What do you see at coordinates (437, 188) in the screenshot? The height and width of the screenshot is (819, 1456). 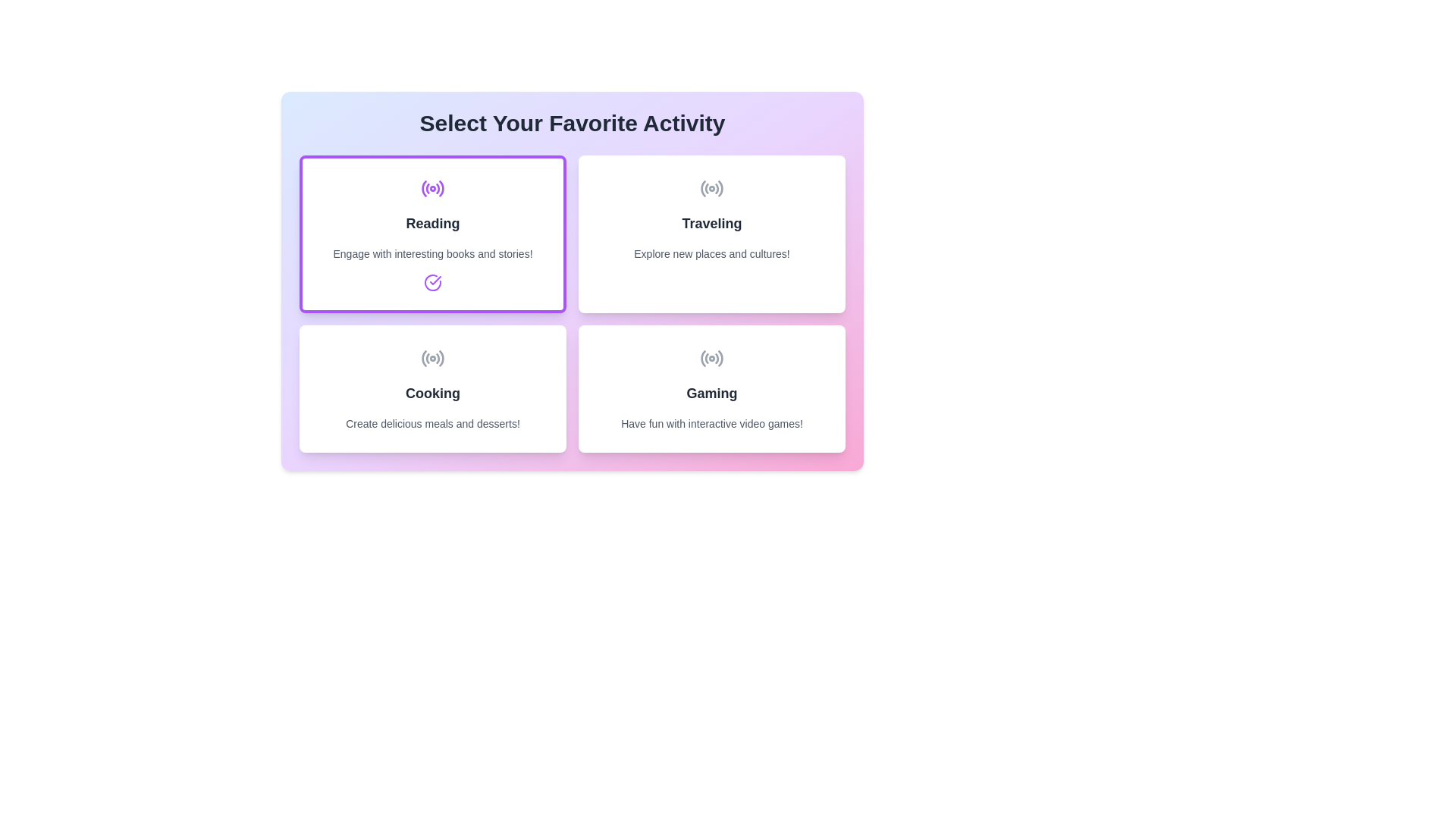 I see `the curved line segment with a purple stroke, part of the circular design in the upper-left selection card labeled 'Reading'` at bounding box center [437, 188].